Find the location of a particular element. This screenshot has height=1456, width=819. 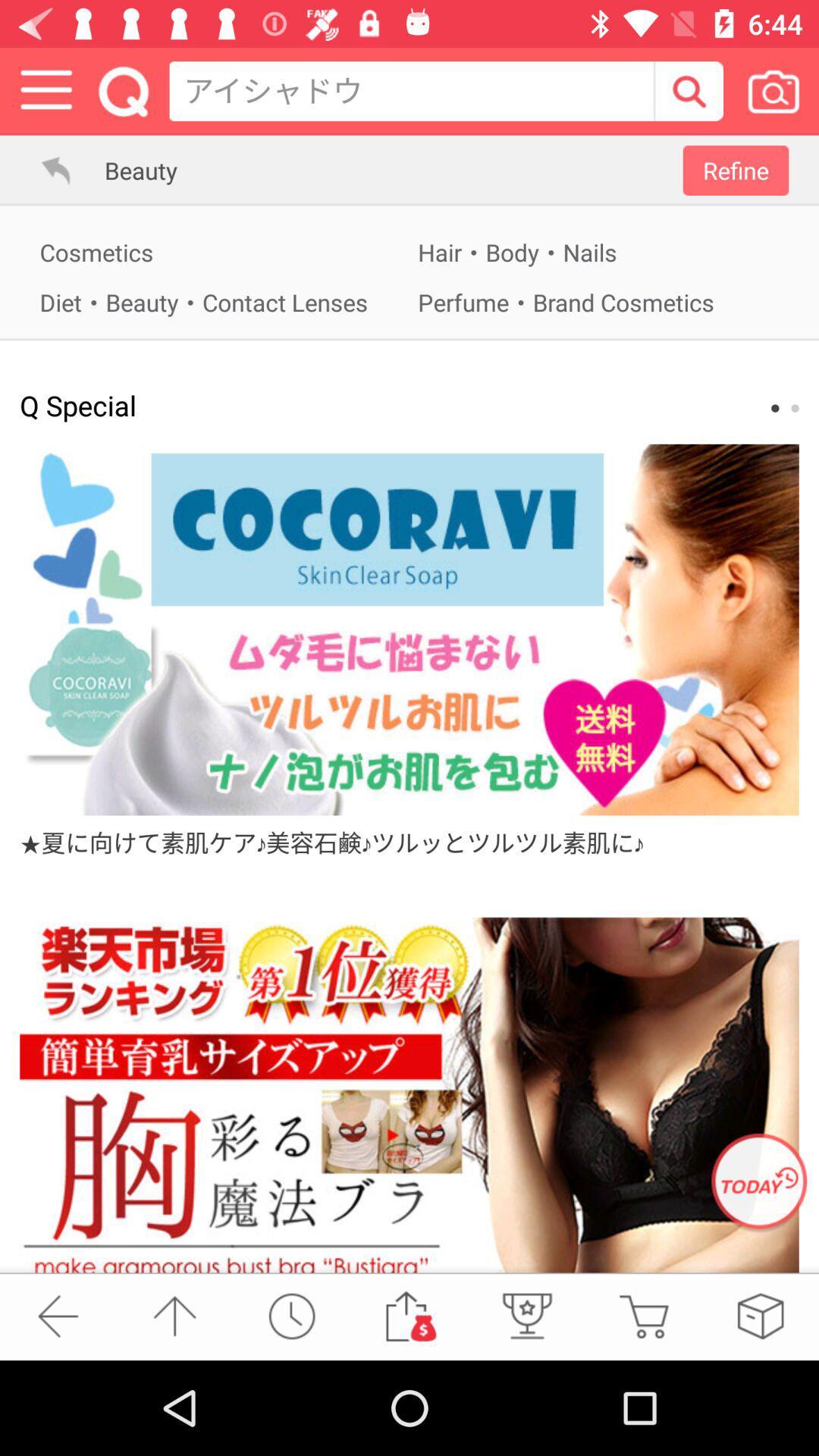

scroll up is located at coordinates (174, 1315).